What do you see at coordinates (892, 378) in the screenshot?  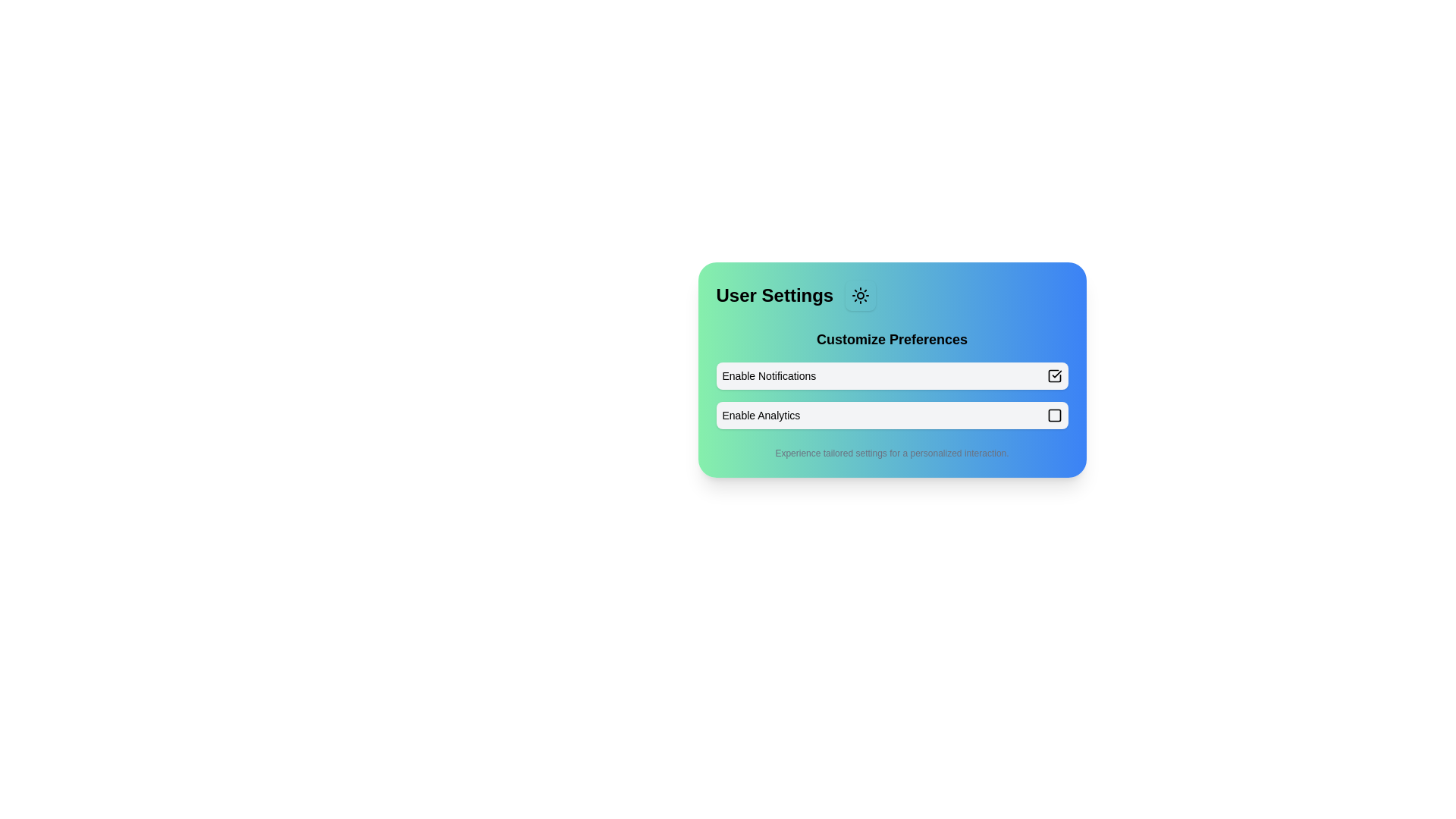 I see `the 'Enable Notifications' checkbox located in the A form section of the 'User Settings' card to check or uncheck it` at bounding box center [892, 378].